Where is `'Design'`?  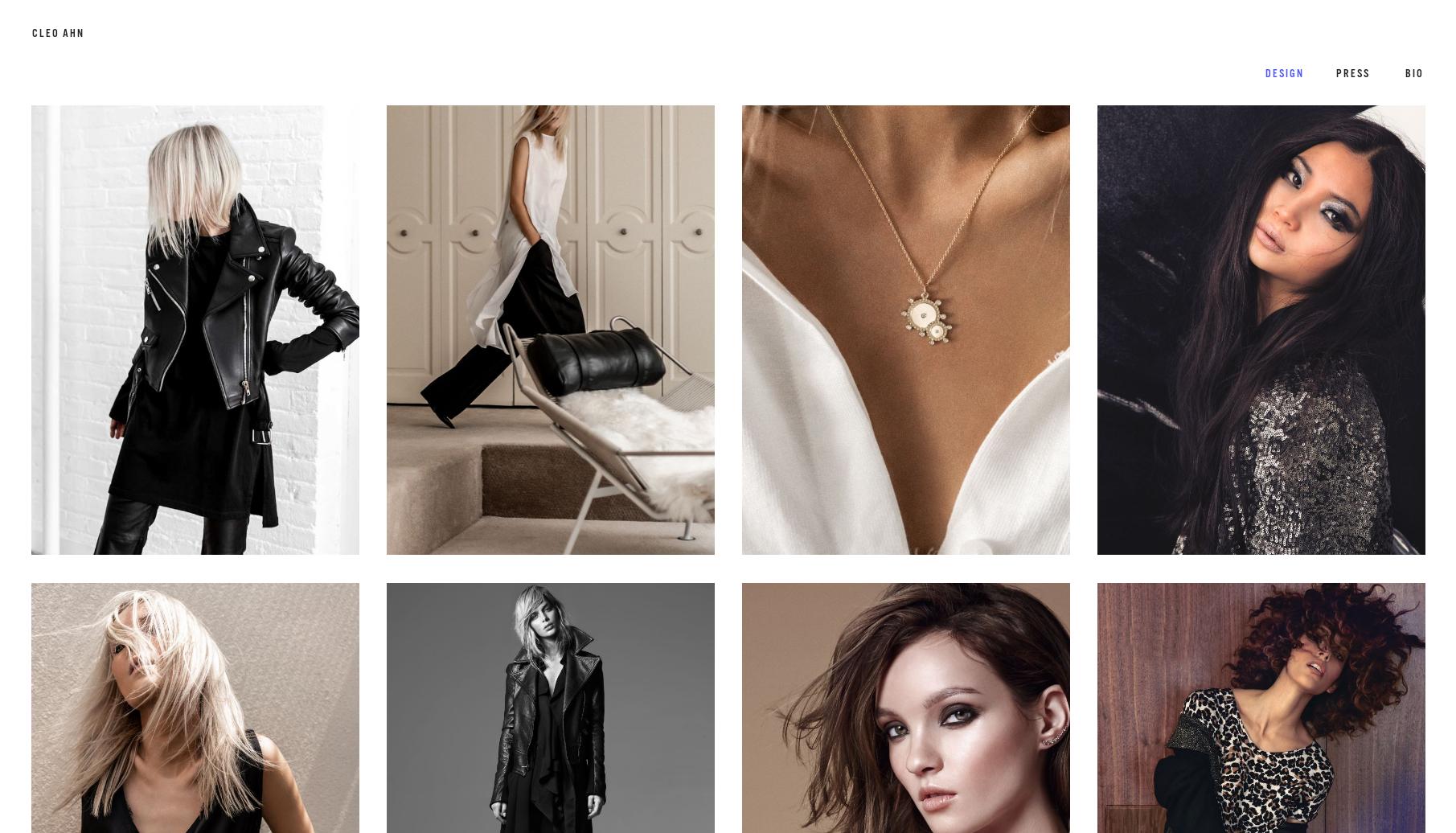 'Design' is located at coordinates (1284, 73).